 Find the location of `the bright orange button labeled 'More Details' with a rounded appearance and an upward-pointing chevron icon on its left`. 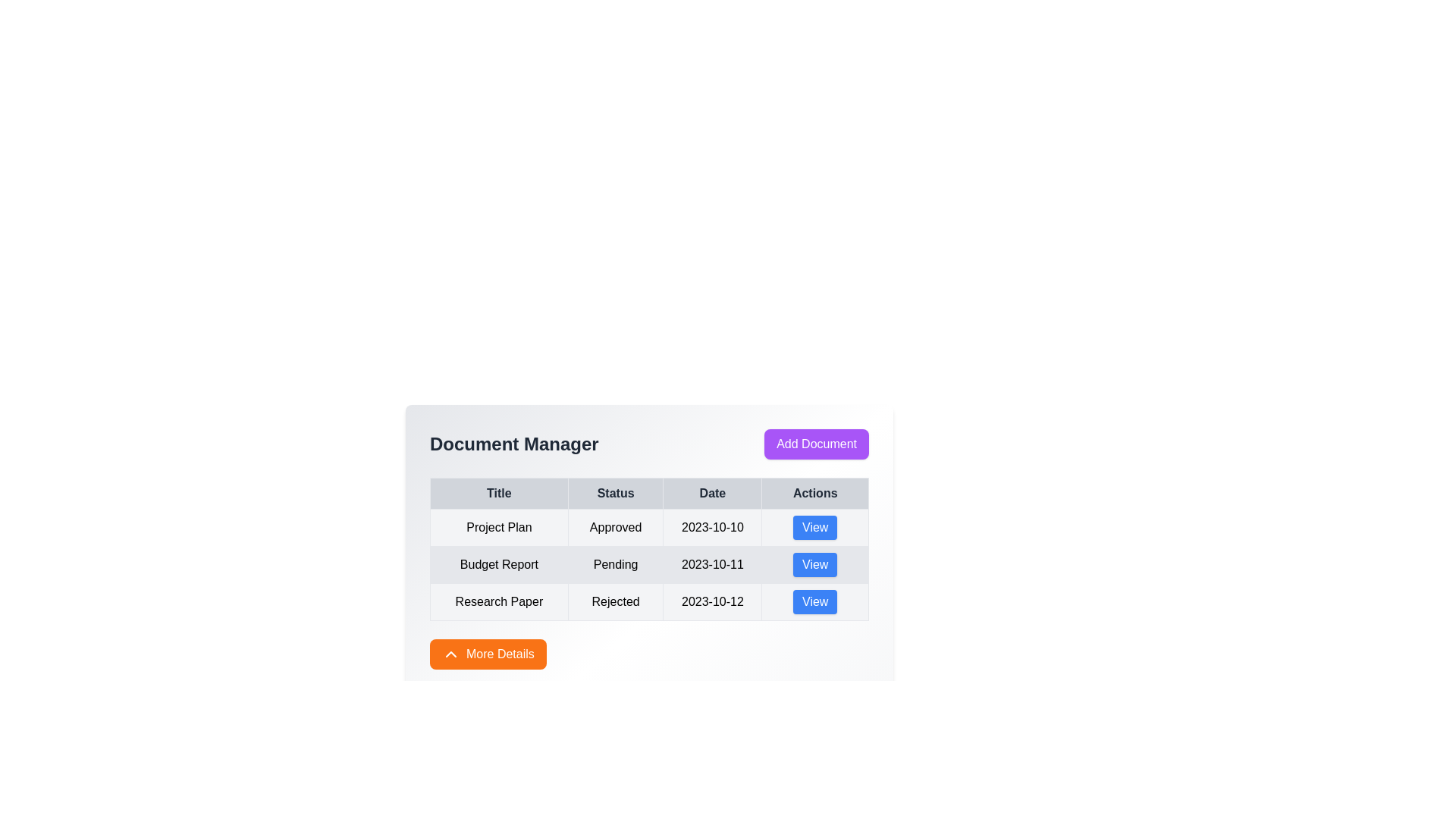

the bright orange button labeled 'More Details' with a rounded appearance and an upward-pointing chevron icon on its left is located at coordinates (488, 654).